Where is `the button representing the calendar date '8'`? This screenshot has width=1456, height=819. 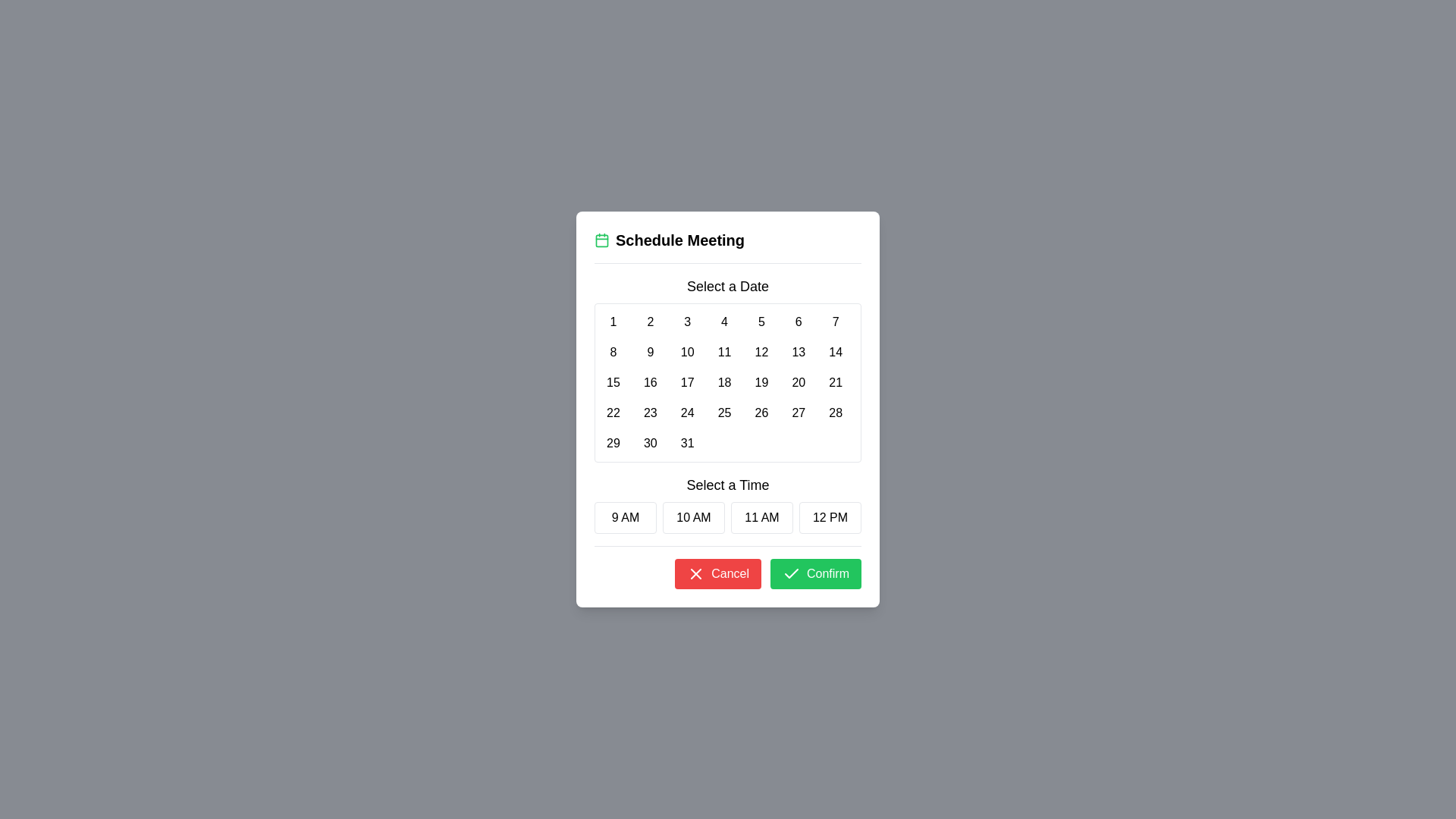
the button representing the calendar date '8' is located at coordinates (613, 353).